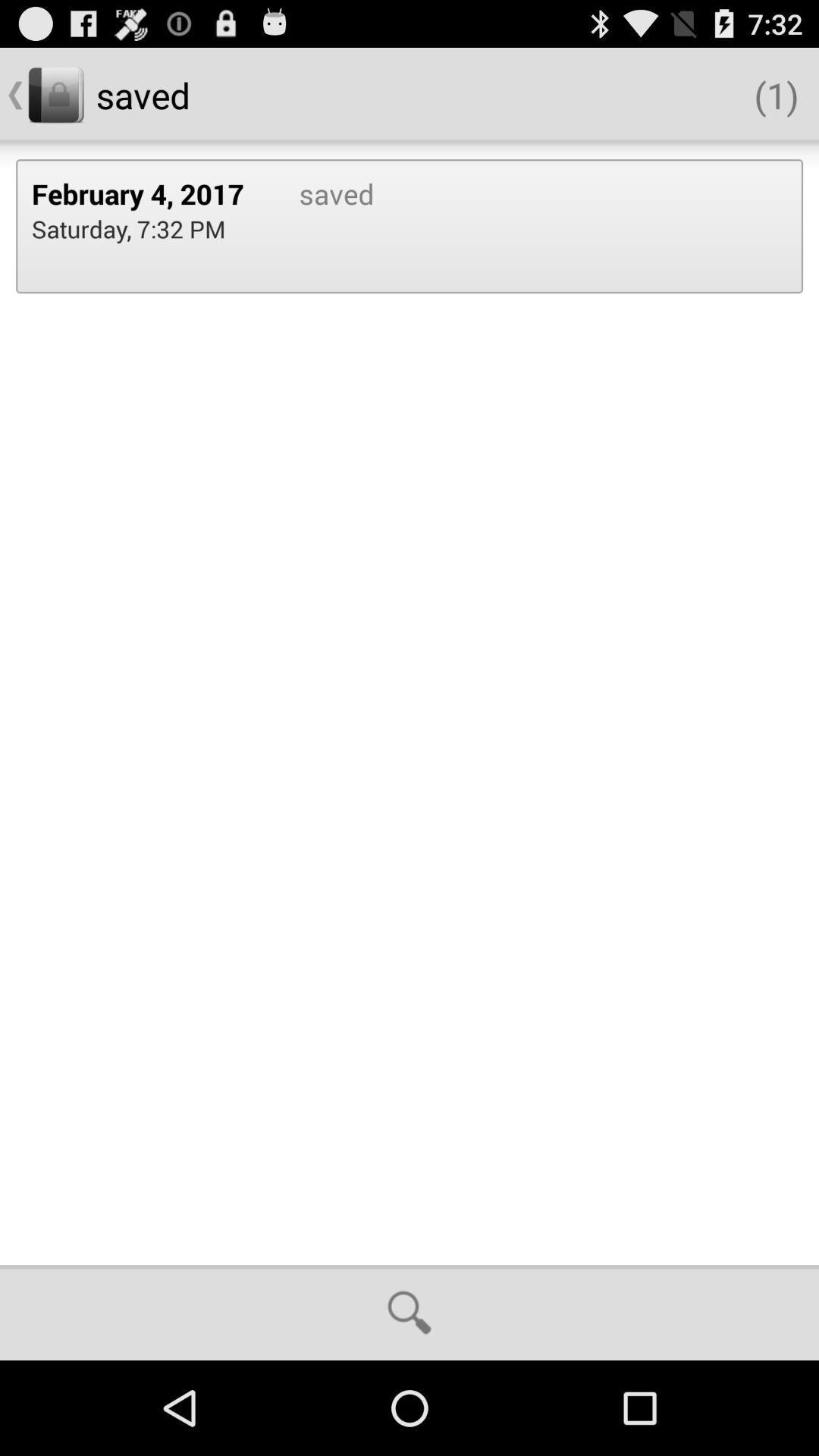 This screenshot has height=1456, width=819. I want to click on the february 4, 2017 icon, so click(149, 193).